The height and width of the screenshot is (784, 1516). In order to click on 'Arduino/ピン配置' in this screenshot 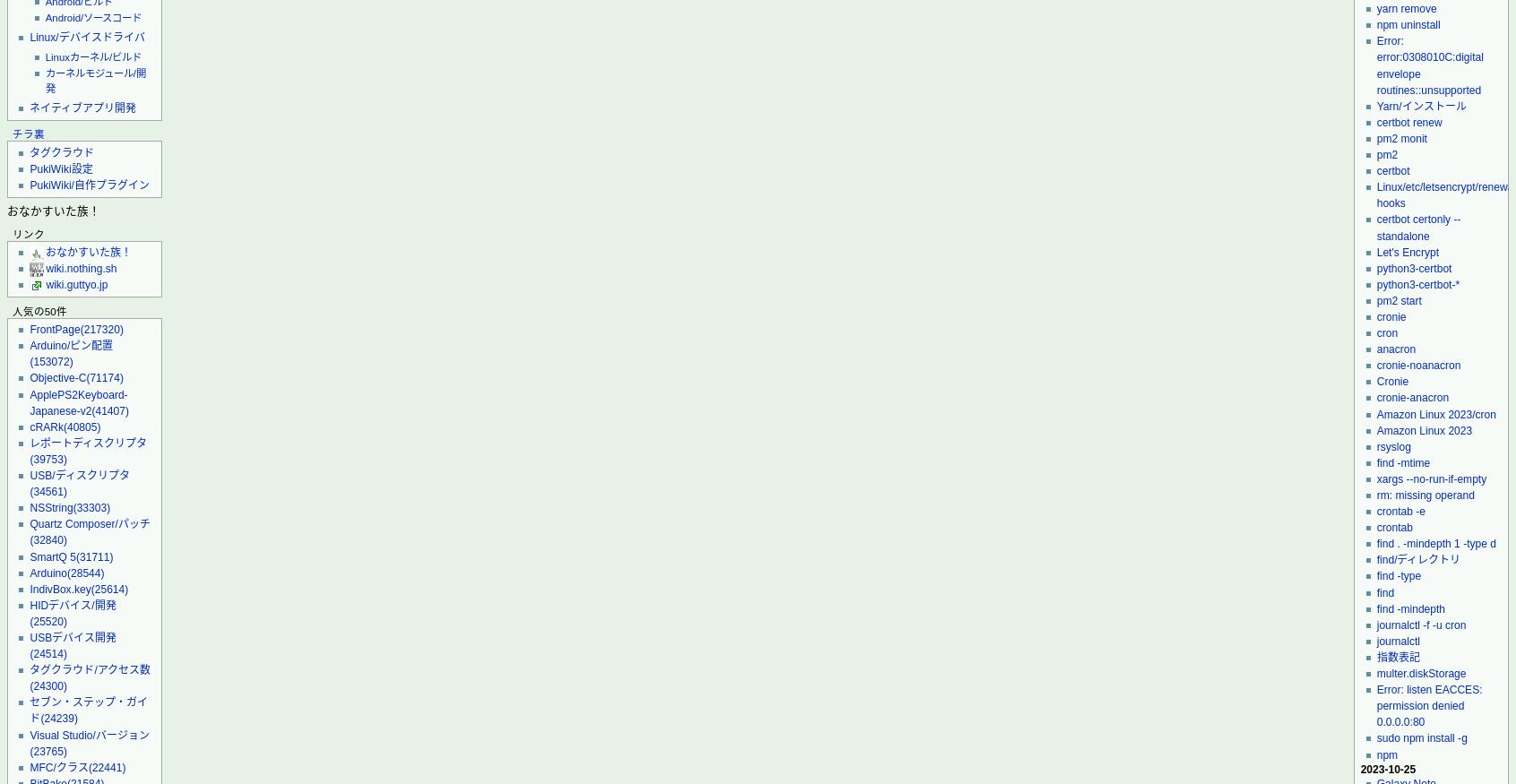, I will do `click(71, 344)`.